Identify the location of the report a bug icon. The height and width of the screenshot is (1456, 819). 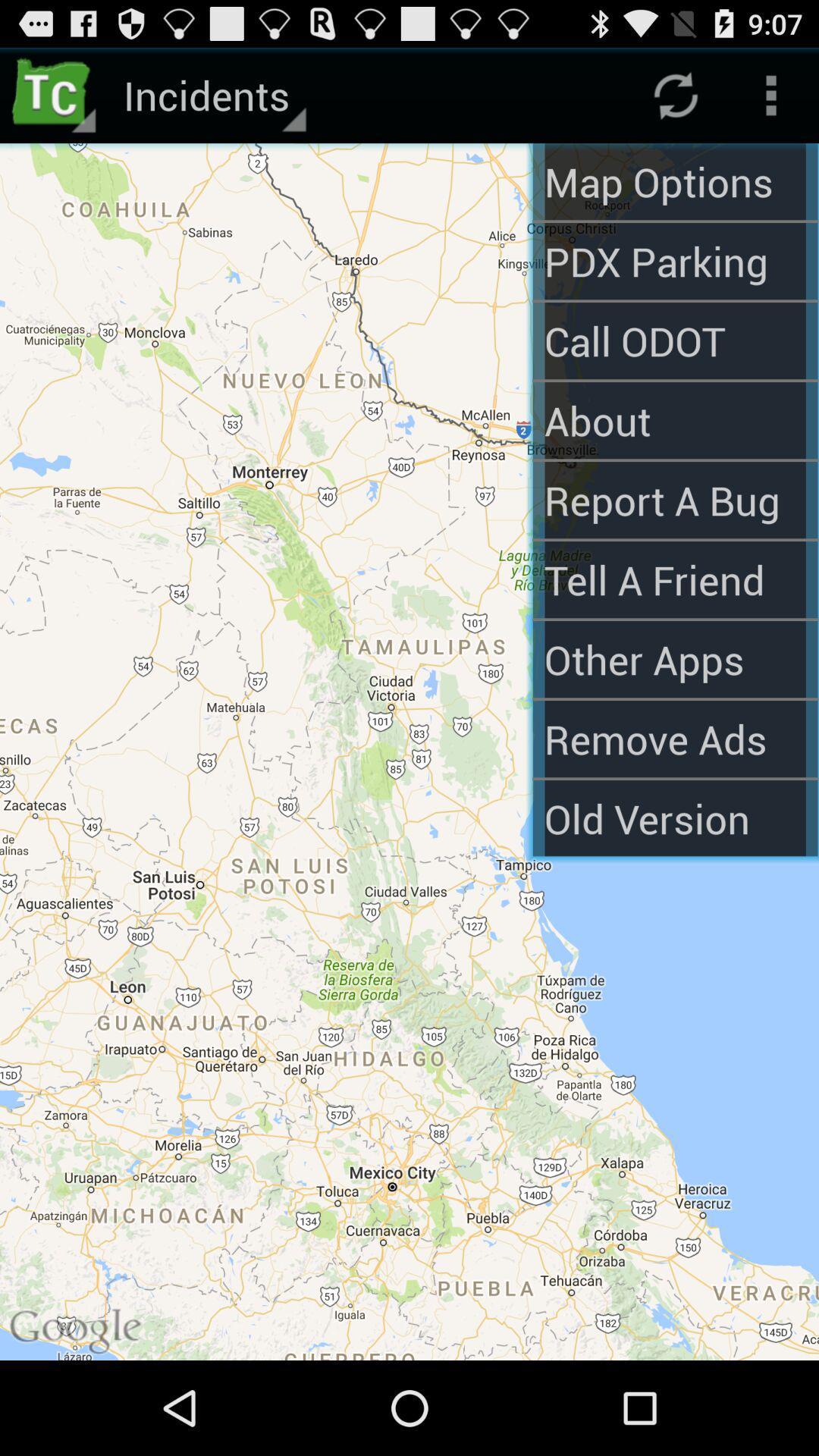
(674, 500).